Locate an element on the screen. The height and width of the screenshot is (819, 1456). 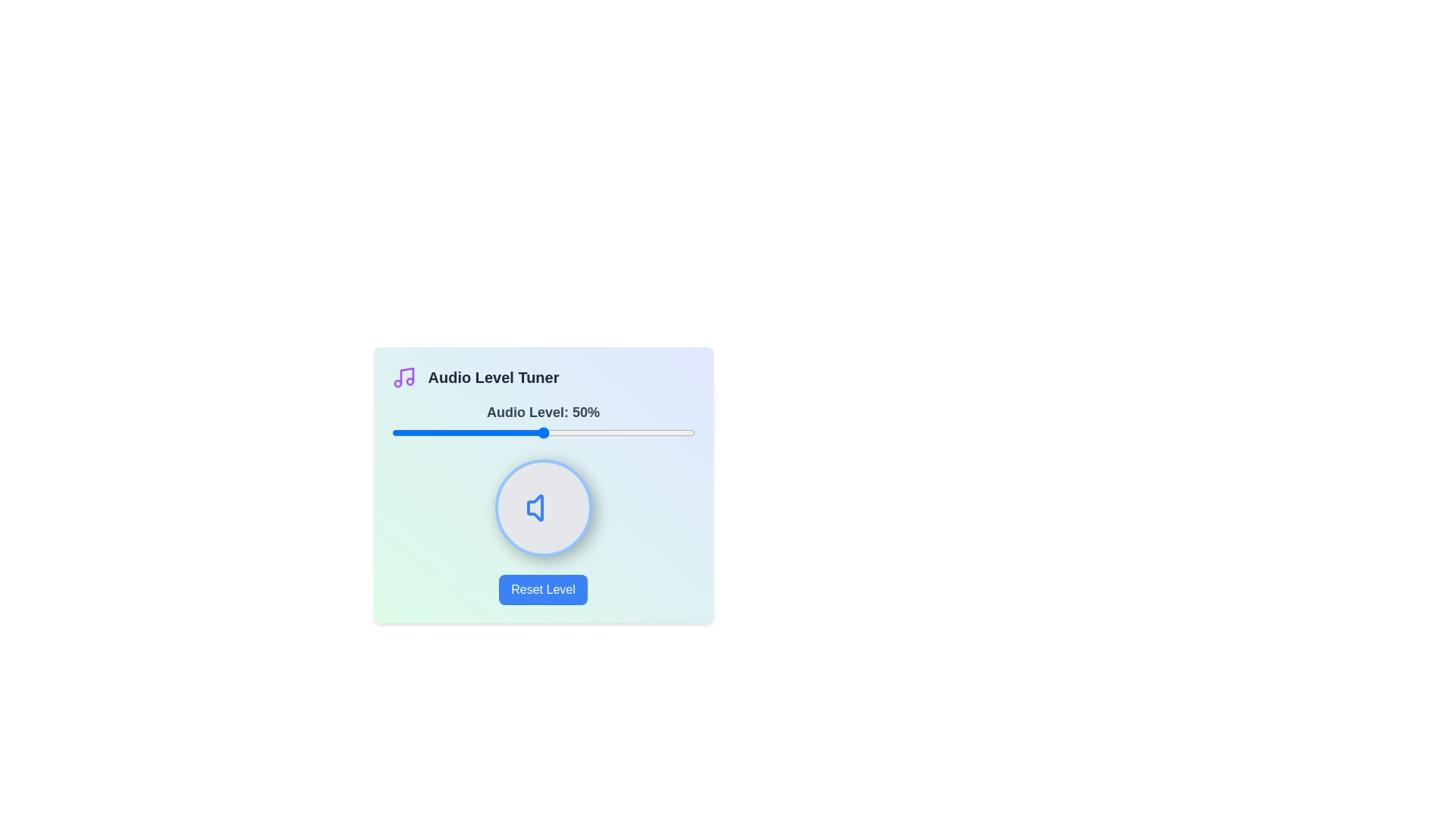
the audio level to 17% by dragging the slider is located at coordinates (442, 432).